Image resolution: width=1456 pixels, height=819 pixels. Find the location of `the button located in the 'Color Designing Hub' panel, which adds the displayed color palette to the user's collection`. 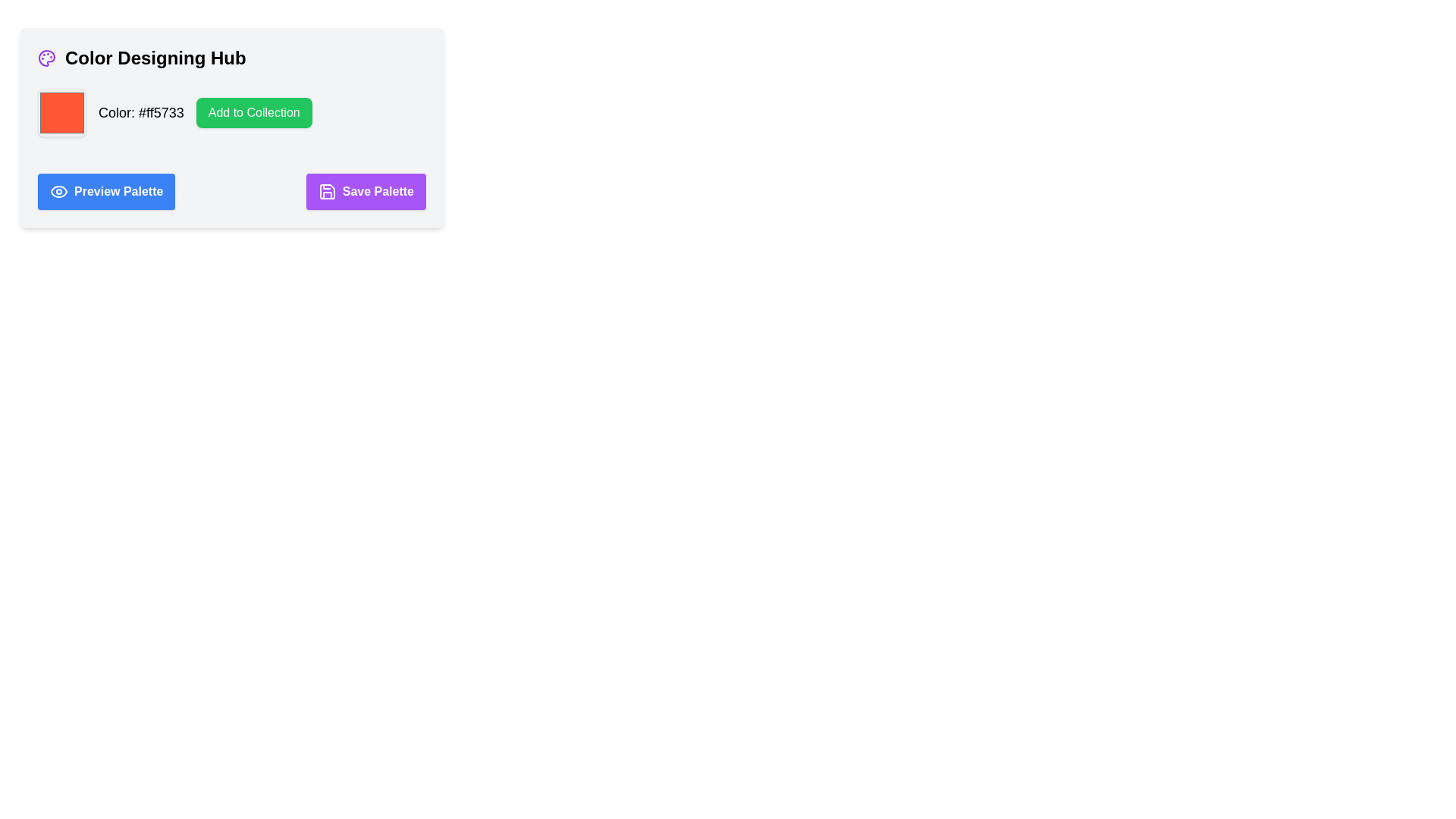

the button located in the 'Color Designing Hub' panel, which adds the displayed color palette to the user's collection is located at coordinates (231, 127).